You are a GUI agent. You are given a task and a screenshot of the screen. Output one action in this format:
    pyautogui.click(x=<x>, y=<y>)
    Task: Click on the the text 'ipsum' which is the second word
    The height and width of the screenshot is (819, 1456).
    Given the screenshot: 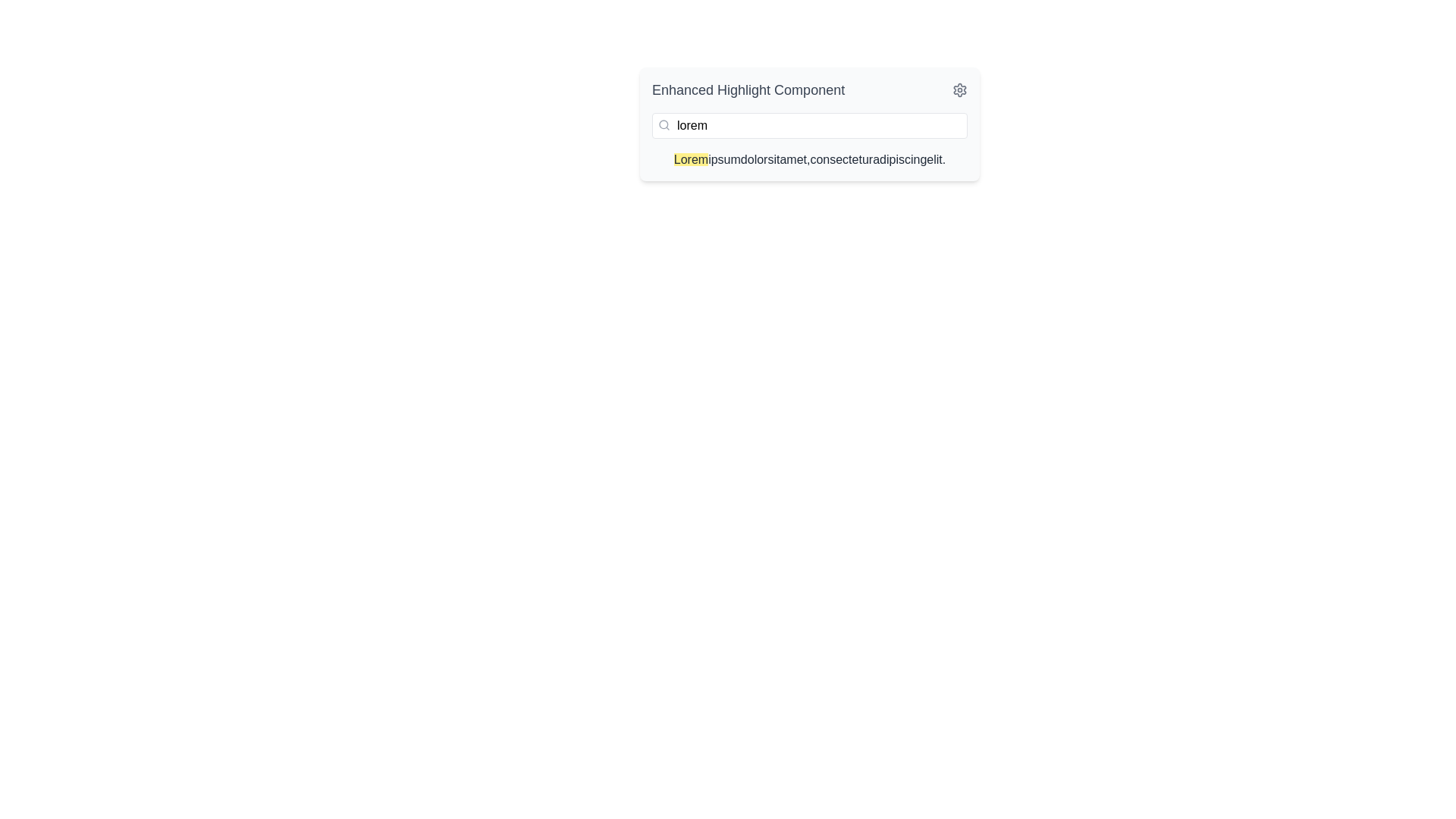 What is the action you would take?
    pyautogui.click(x=723, y=159)
    